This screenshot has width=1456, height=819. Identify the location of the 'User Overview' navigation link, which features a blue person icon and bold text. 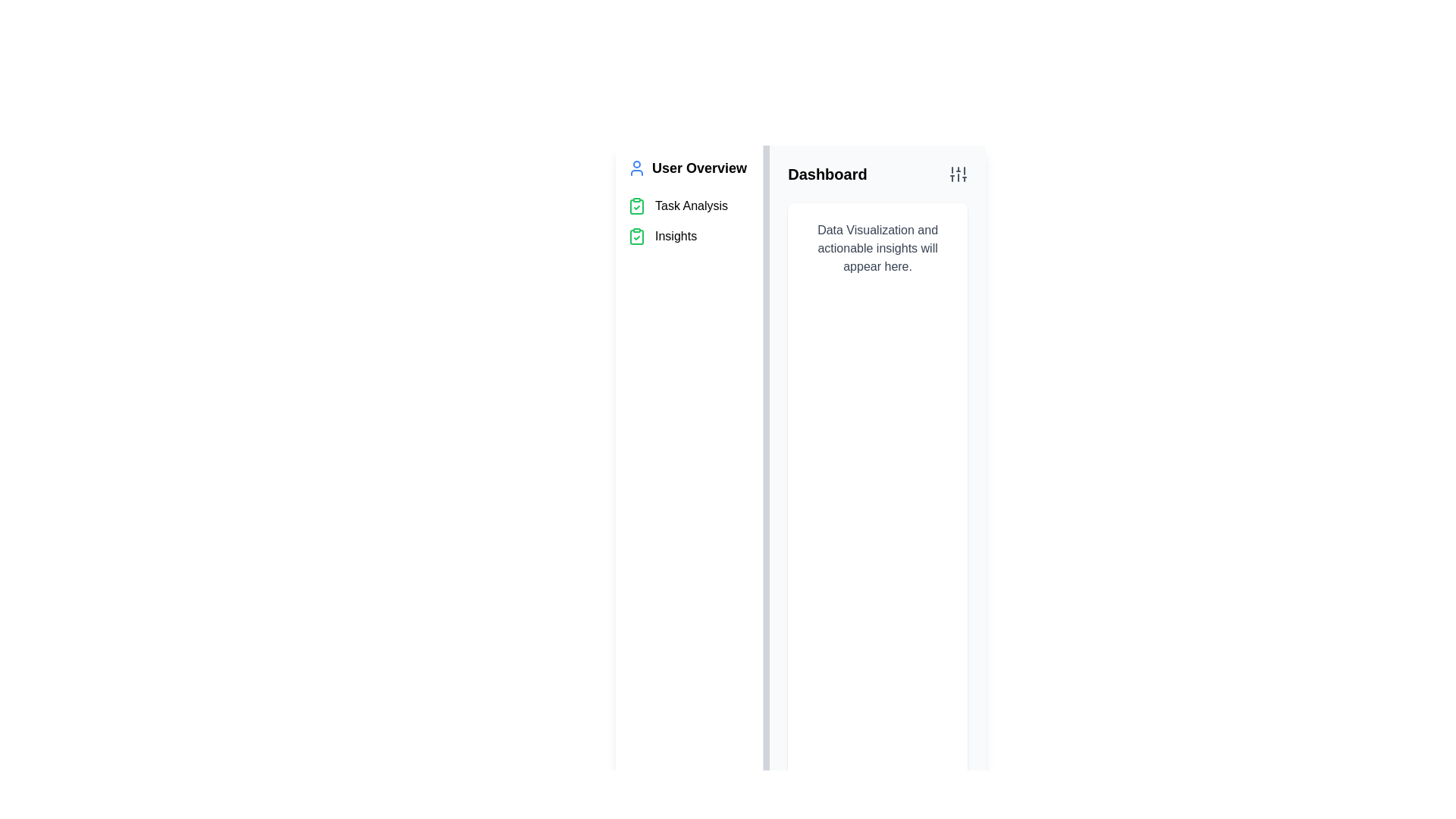
(689, 168).